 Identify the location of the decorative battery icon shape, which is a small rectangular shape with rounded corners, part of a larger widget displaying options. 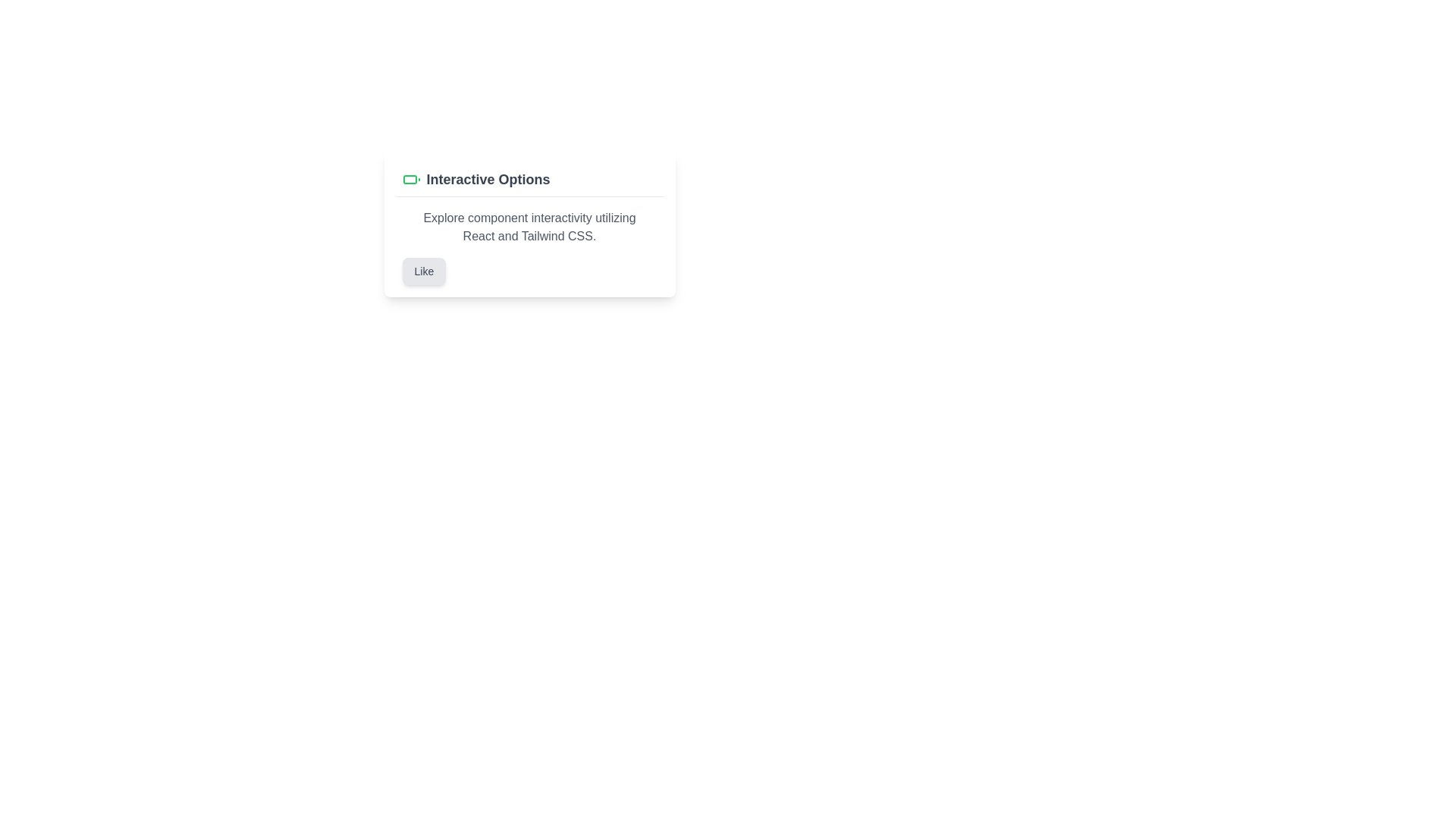
(409, 178).